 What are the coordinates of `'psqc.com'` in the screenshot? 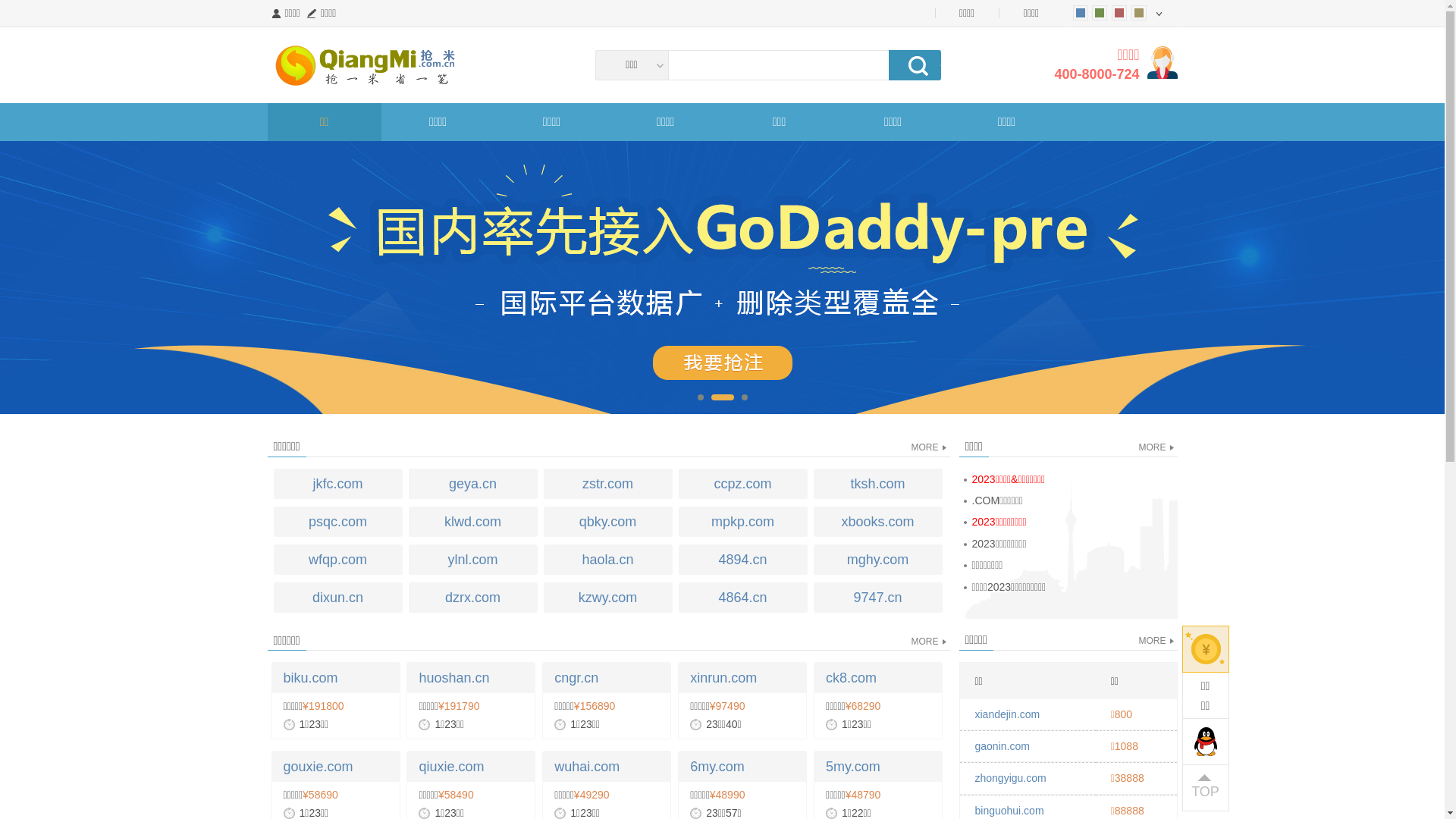 It's located at (337, 520).